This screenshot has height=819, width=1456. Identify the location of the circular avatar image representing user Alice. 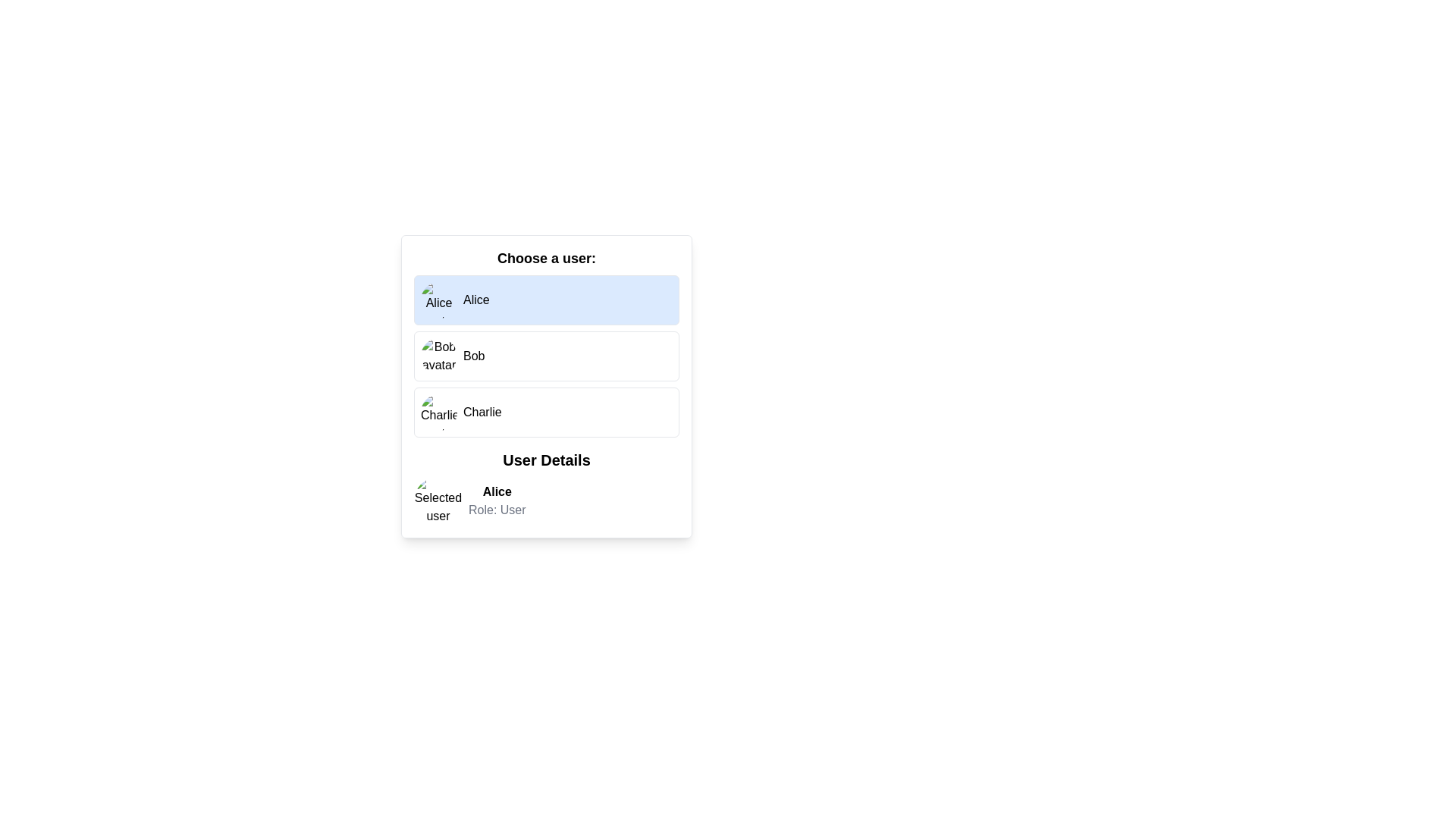
(438, 300).